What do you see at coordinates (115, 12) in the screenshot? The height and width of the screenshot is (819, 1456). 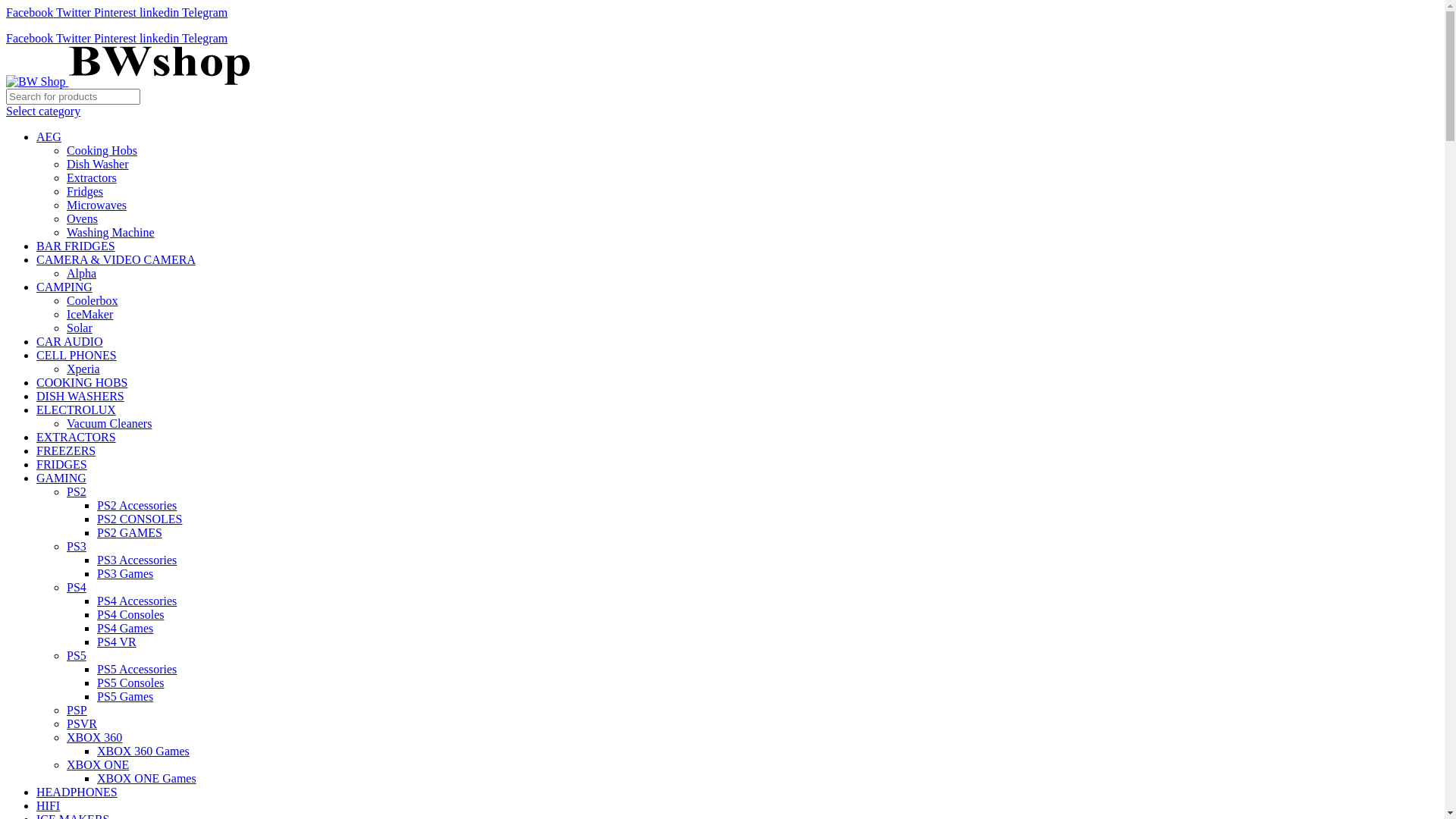 I see `'Pinterest'` at bounding box center [115, 12].